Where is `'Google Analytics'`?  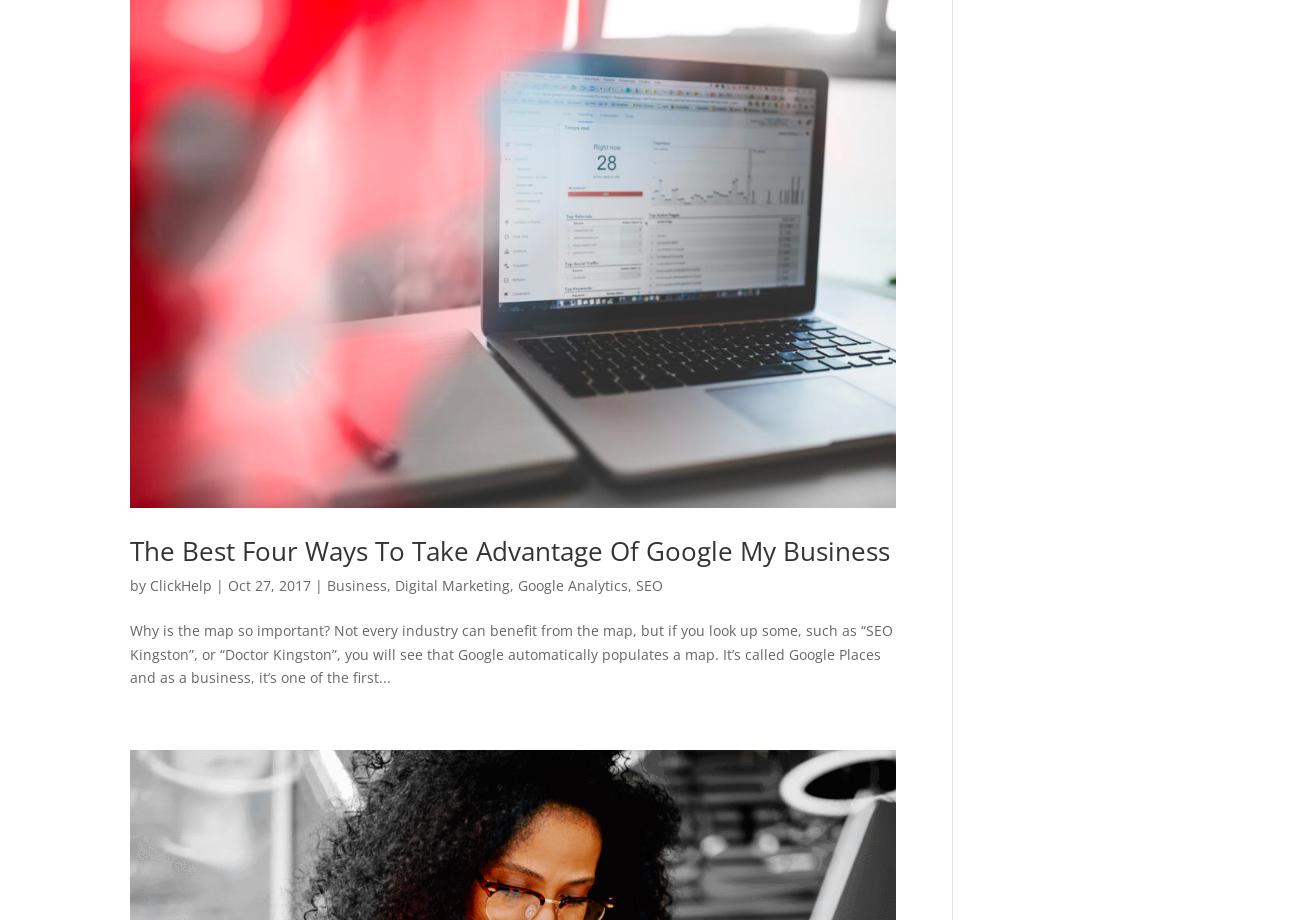
'Google Analytics' is located at coordinates (572, 584).